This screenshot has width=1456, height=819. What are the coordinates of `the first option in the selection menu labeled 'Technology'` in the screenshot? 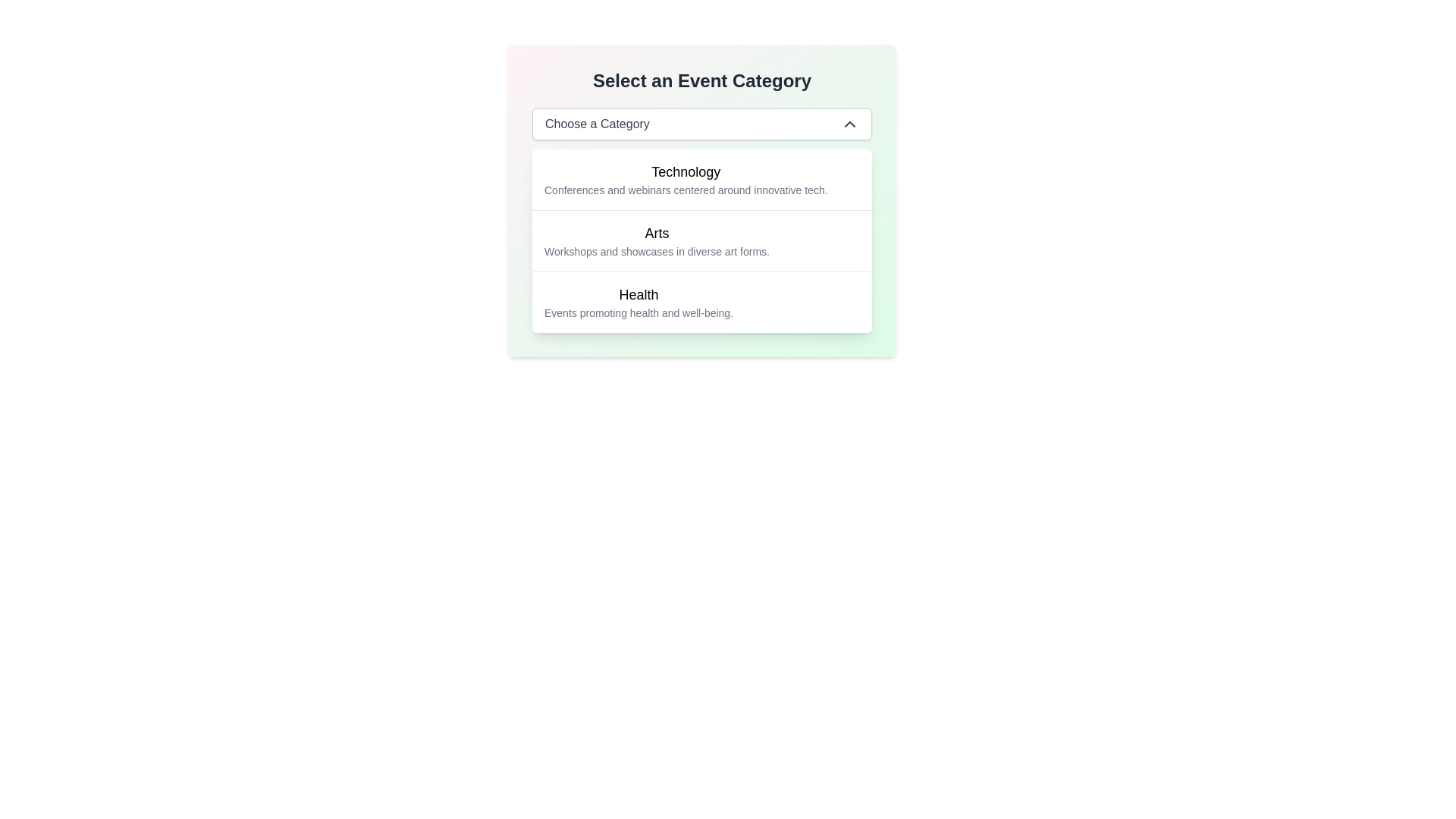 It's located at (701, 178).